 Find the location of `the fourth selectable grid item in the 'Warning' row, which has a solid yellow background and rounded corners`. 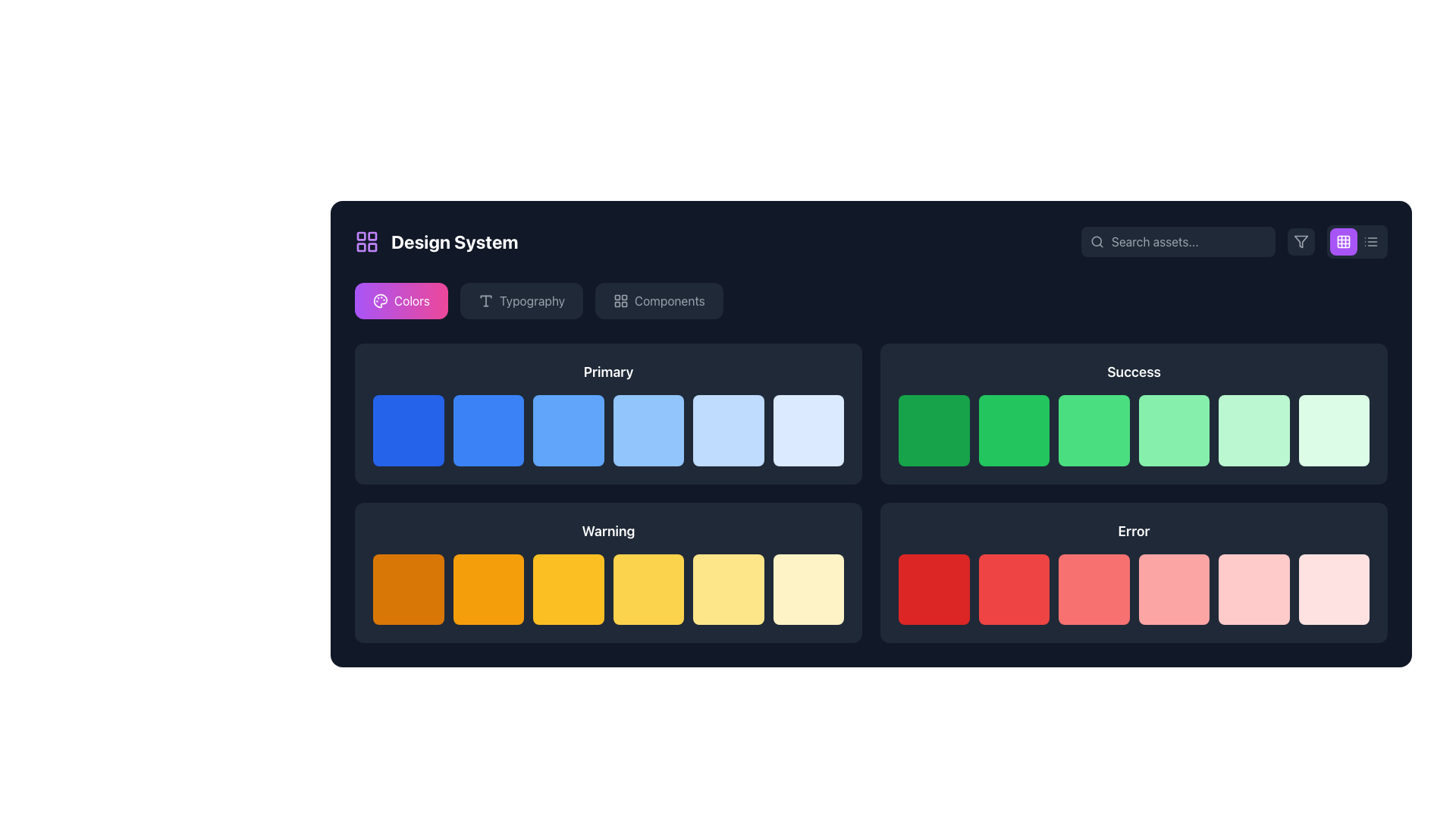

the fourth selectable grid item in the 'Warning' row, which has a solid yellow background and rounded corners is located at coordinates (648, 588).